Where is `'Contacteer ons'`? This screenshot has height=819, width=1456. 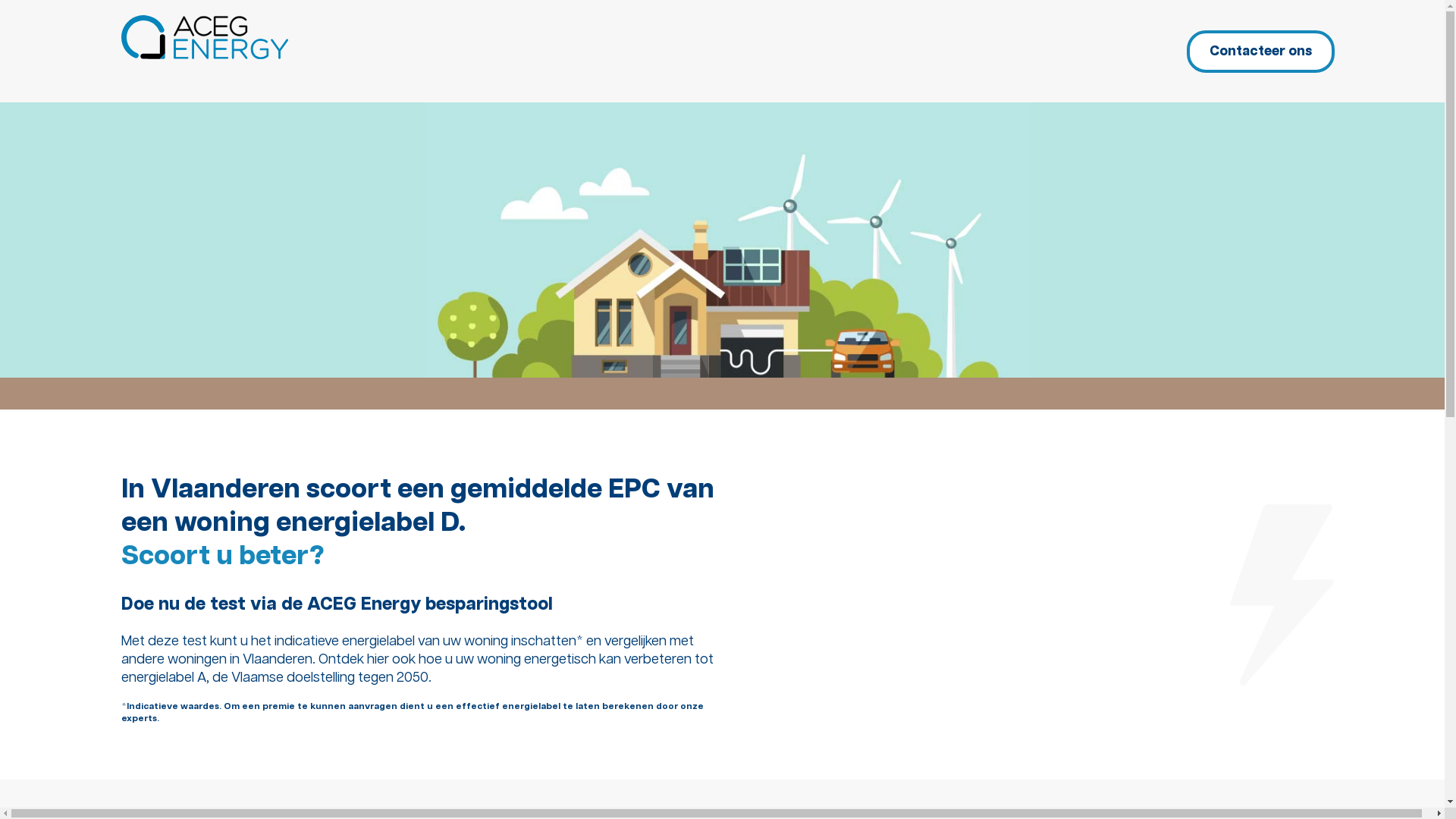 'Contacteer ons' is located at coordinates (1185, 51).